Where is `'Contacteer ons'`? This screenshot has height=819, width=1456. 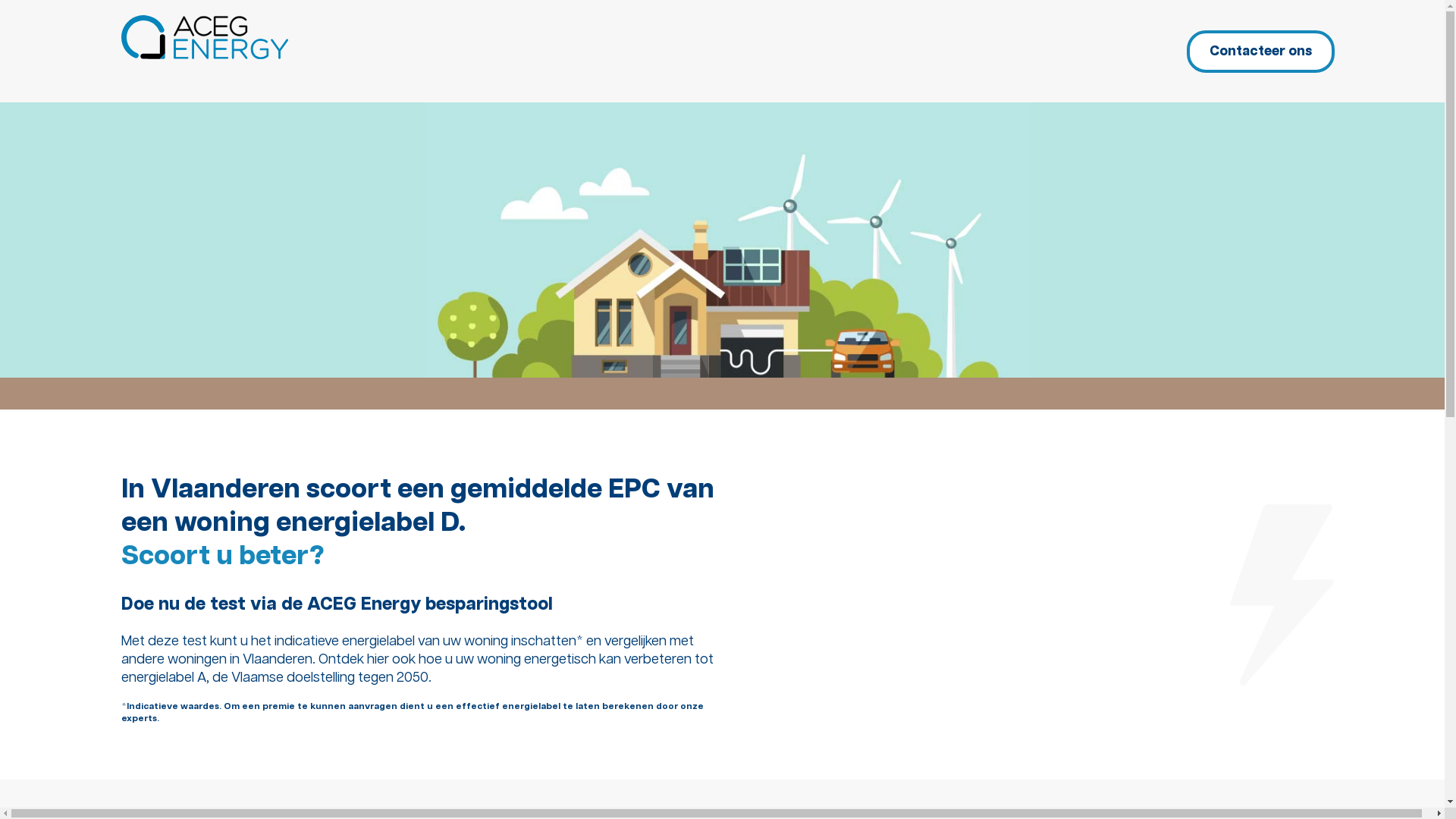 'Contacteer ons' is located at coordinates (1185, 51).